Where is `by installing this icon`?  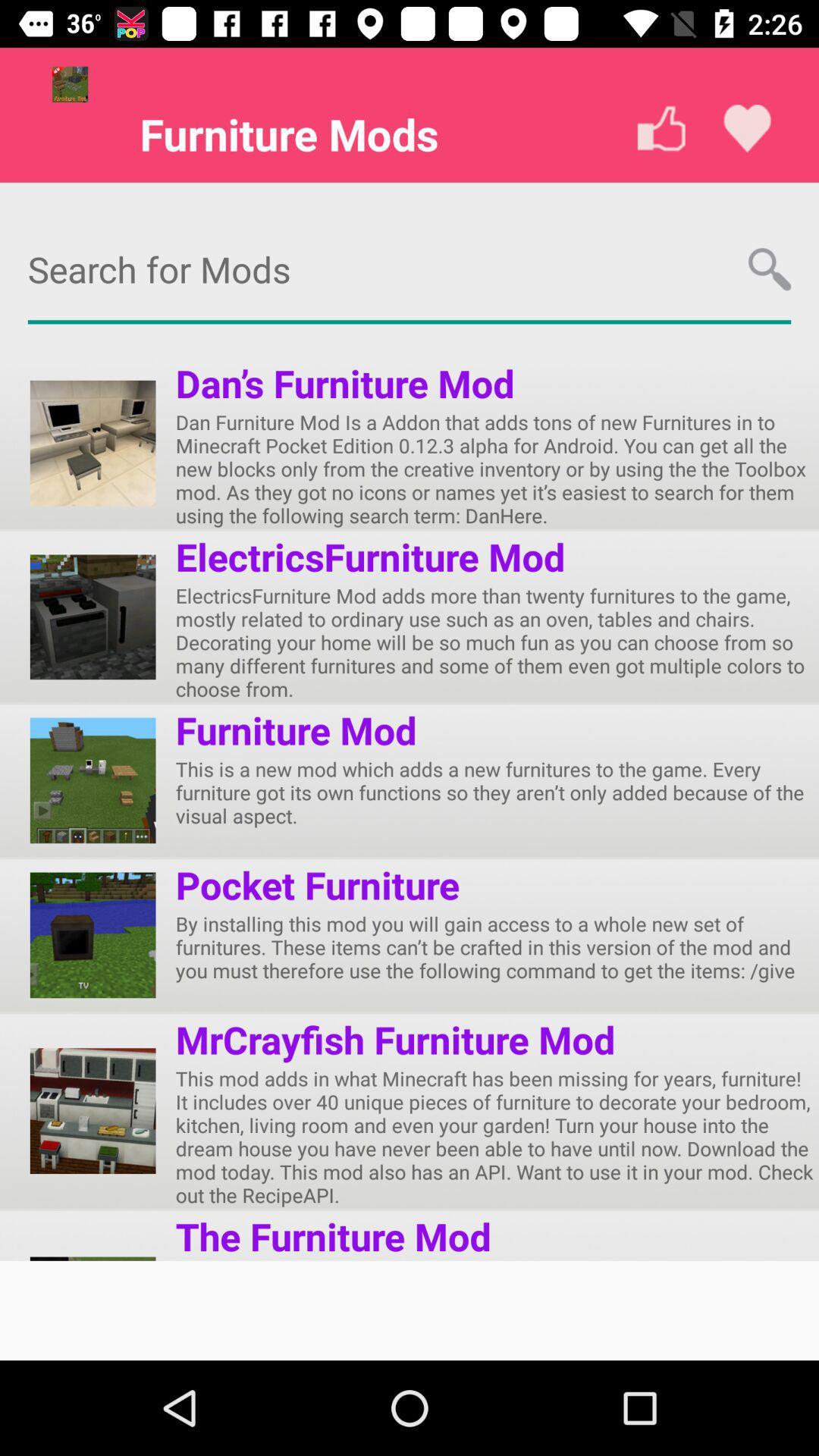
by installing this icon is located at coordinates (497, 946).